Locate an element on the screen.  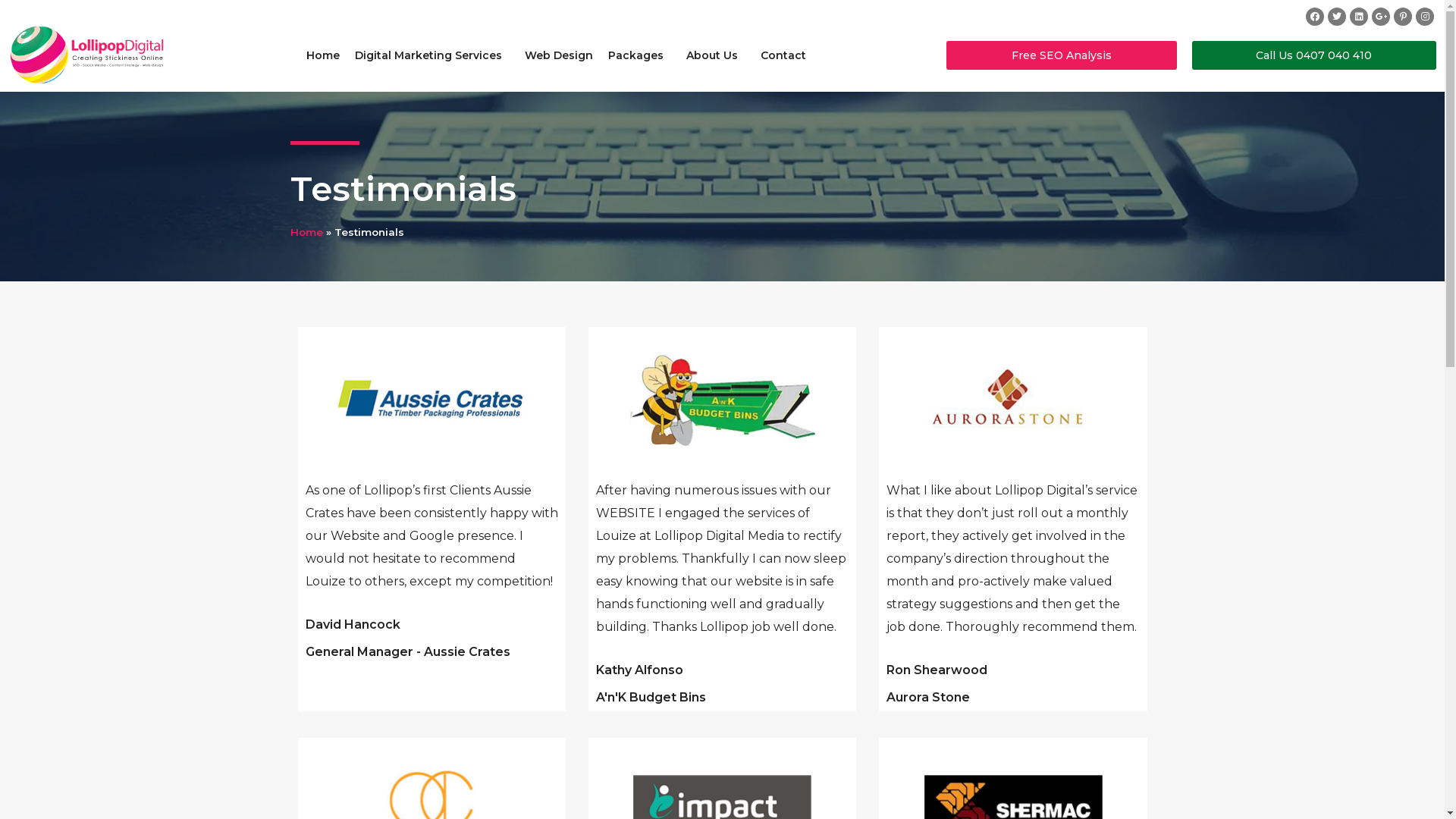
'Web Design' is located at coordinates (558, 55).